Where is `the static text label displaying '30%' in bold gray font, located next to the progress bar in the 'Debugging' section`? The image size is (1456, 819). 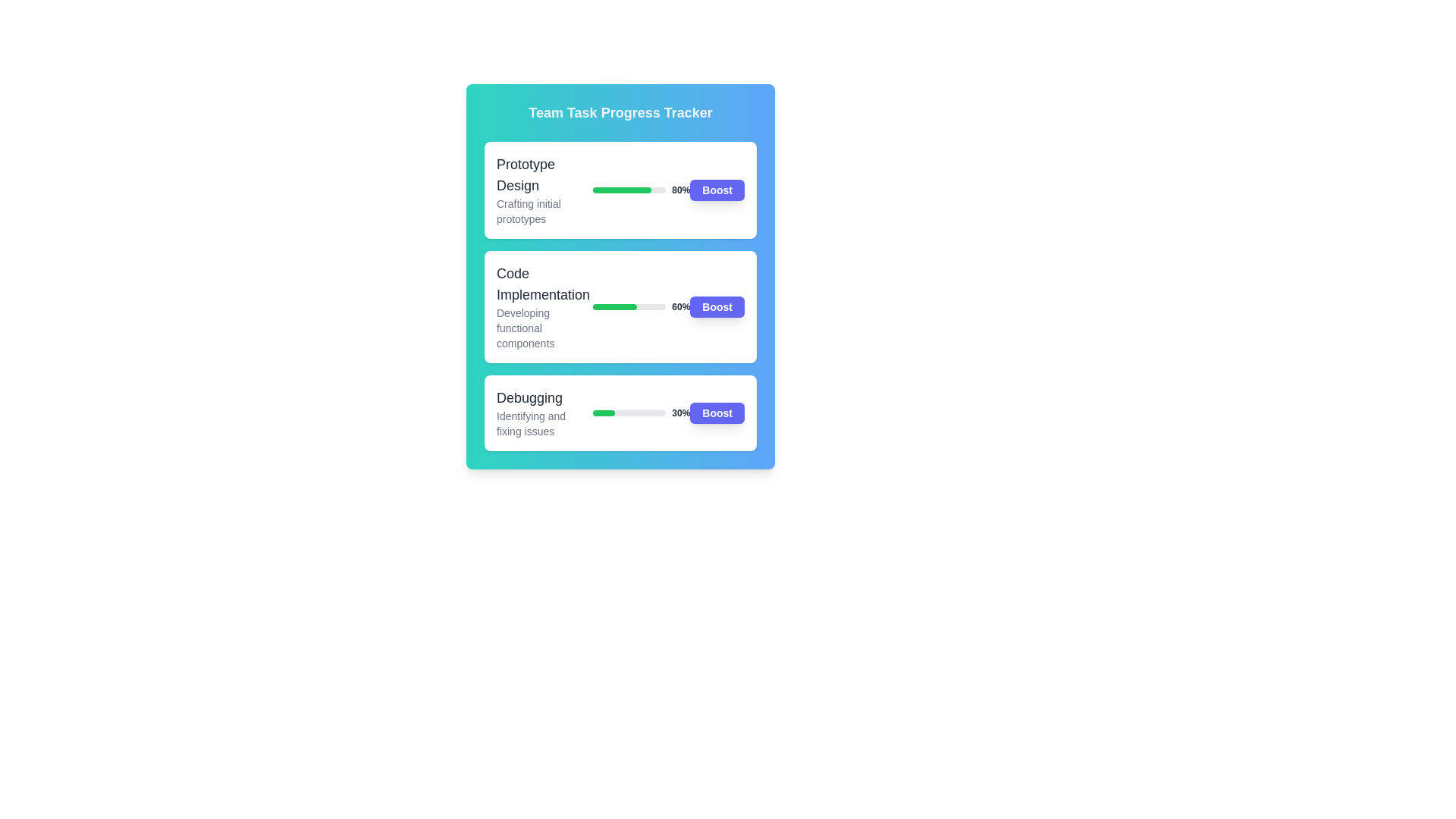
the static text label displaying '30%' in bold gray font, located next to the progress bar in the 'Debugging' section is located at coordinates (680, 413).